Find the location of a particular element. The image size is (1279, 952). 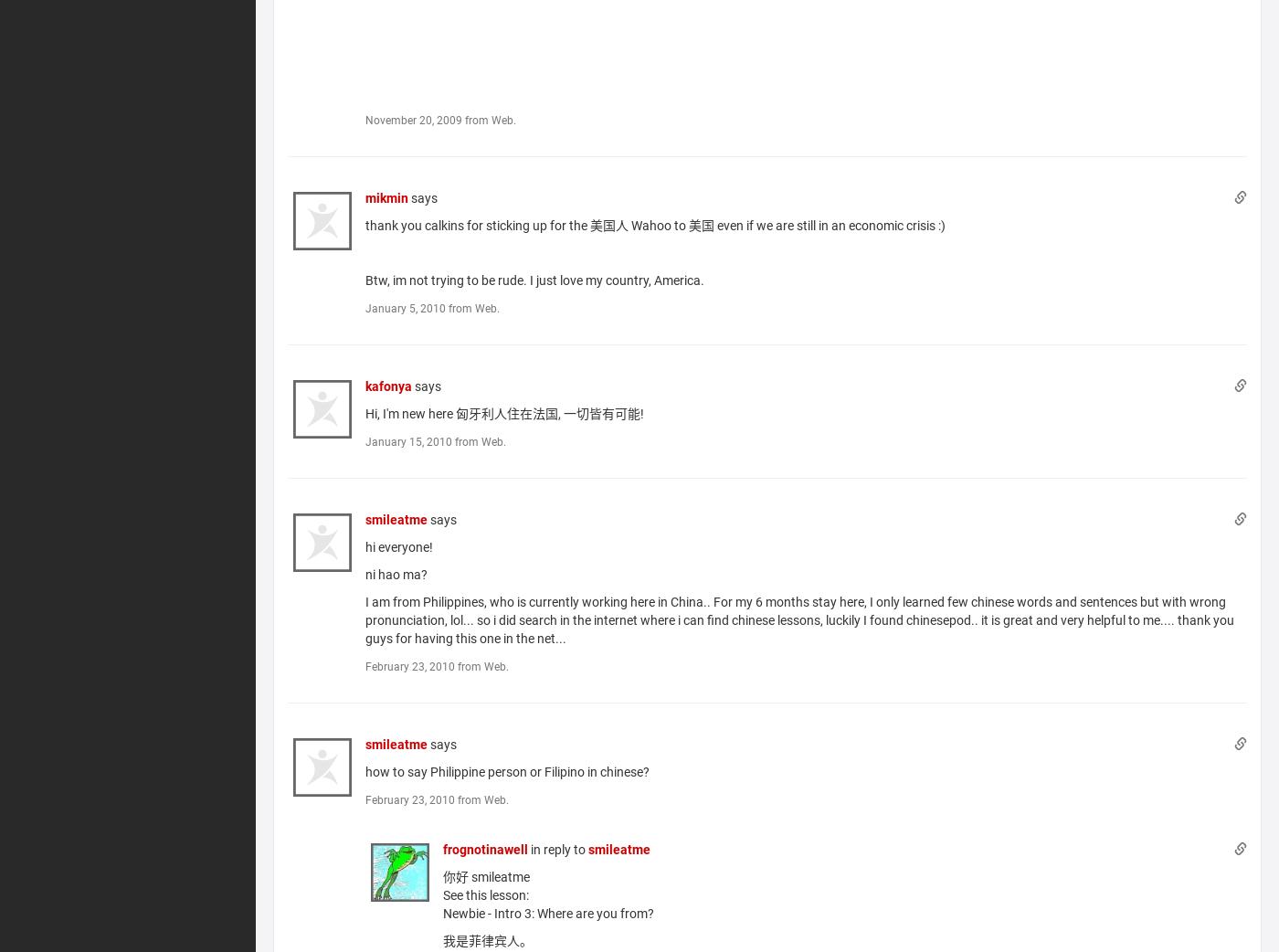

'frognotinawell' is located at coordinates (485, 848).